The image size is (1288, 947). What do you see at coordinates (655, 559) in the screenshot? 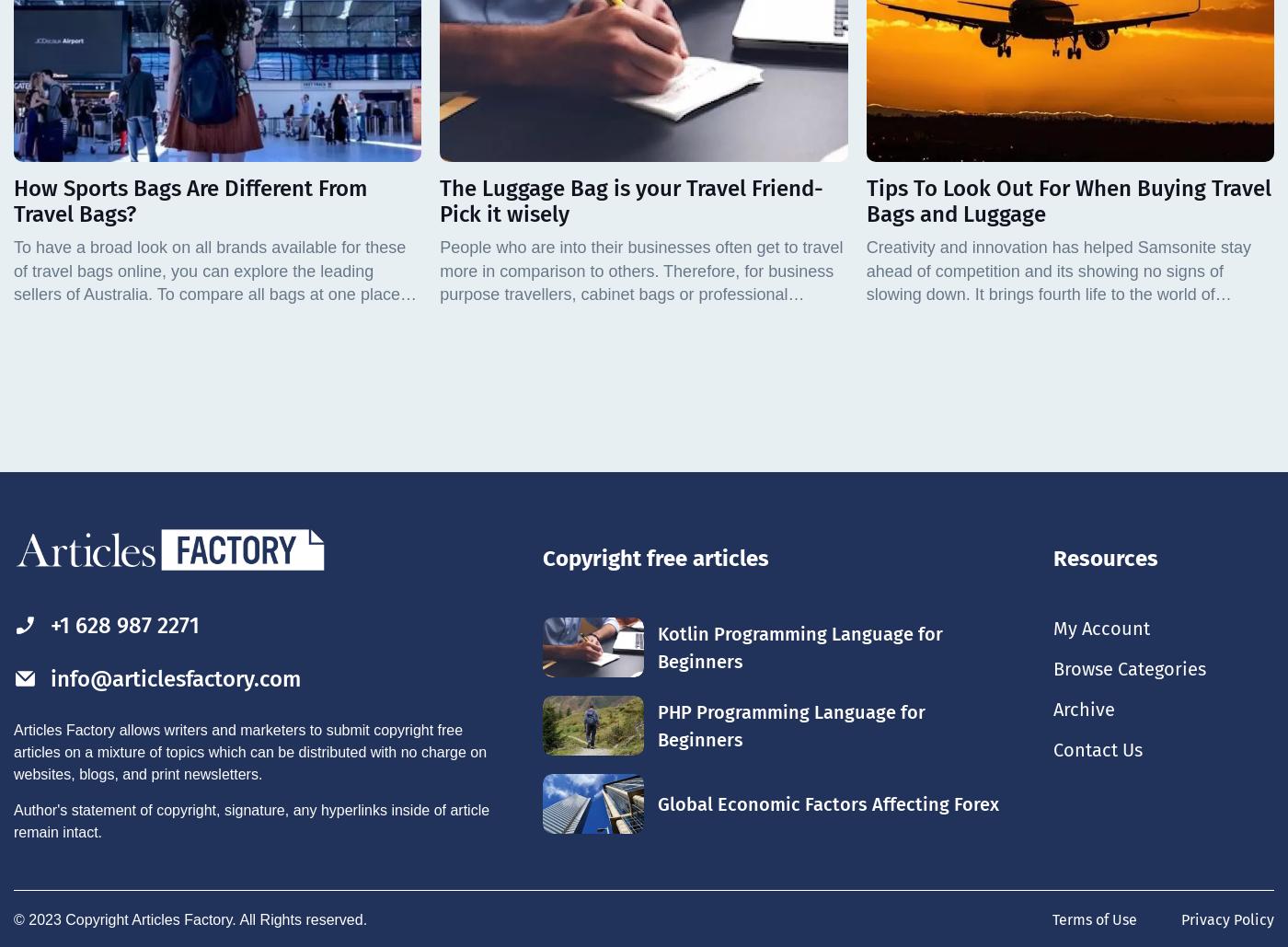
I see `'Copyright free articles'` at bounding box center [655, 559].